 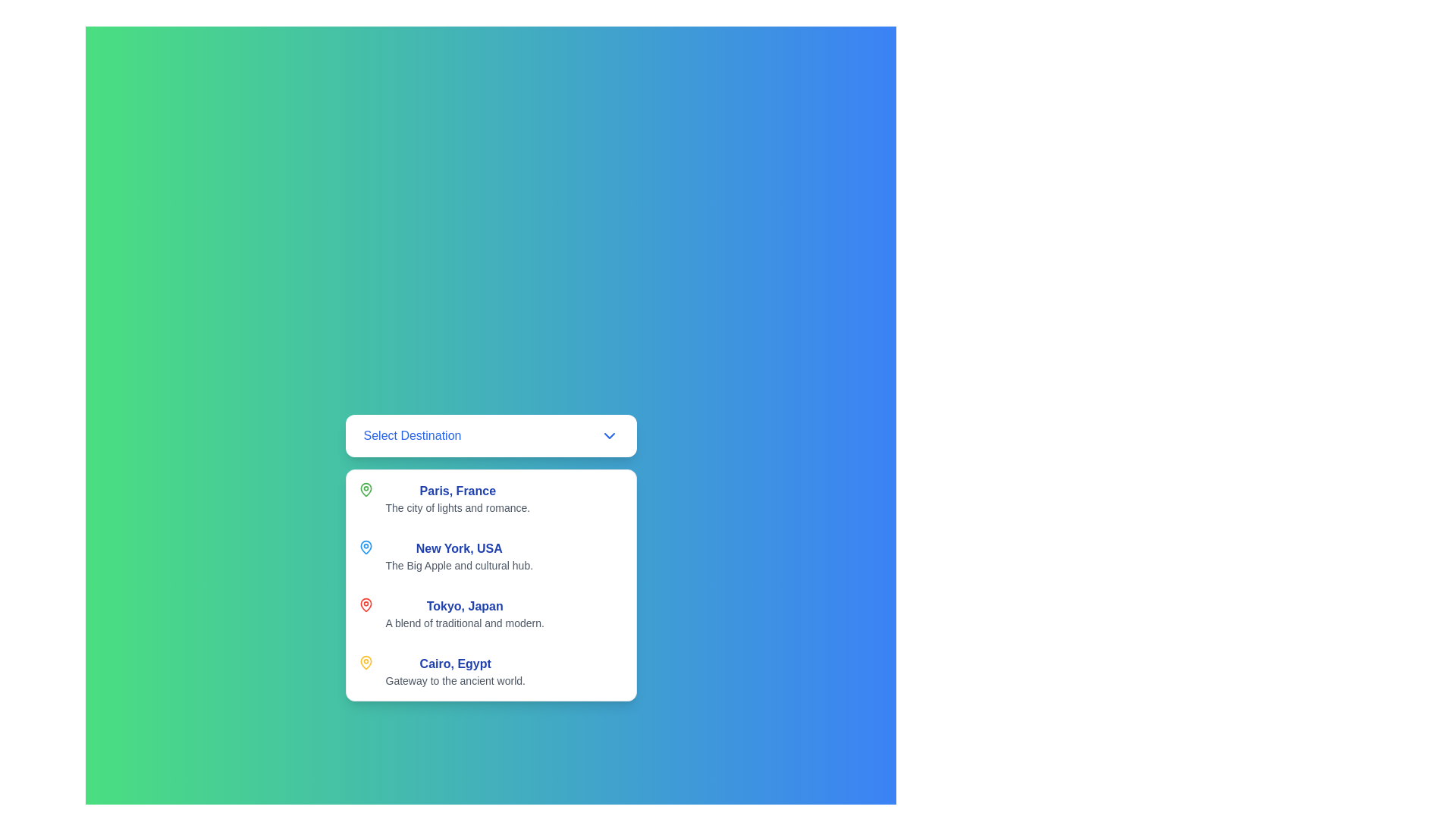 What do you see at coordinates (454, 671) in the screenshot?
I see `the text element labeled 'Cairo, Egypt' at the bottom of the destinations list` at bounding box center [454, 671].